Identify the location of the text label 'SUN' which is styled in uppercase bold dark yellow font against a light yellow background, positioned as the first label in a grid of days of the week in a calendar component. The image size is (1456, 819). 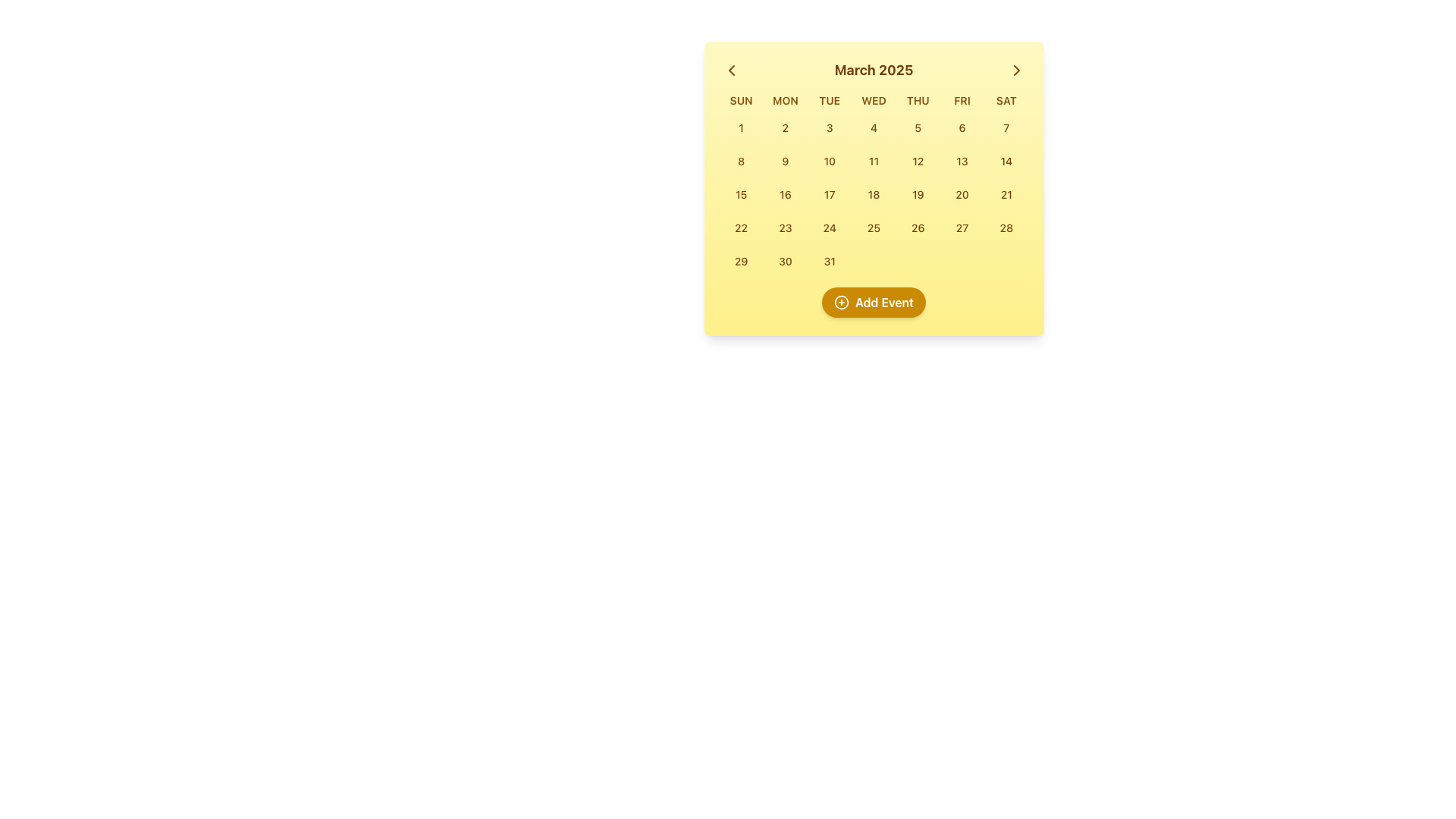
(741, 100).